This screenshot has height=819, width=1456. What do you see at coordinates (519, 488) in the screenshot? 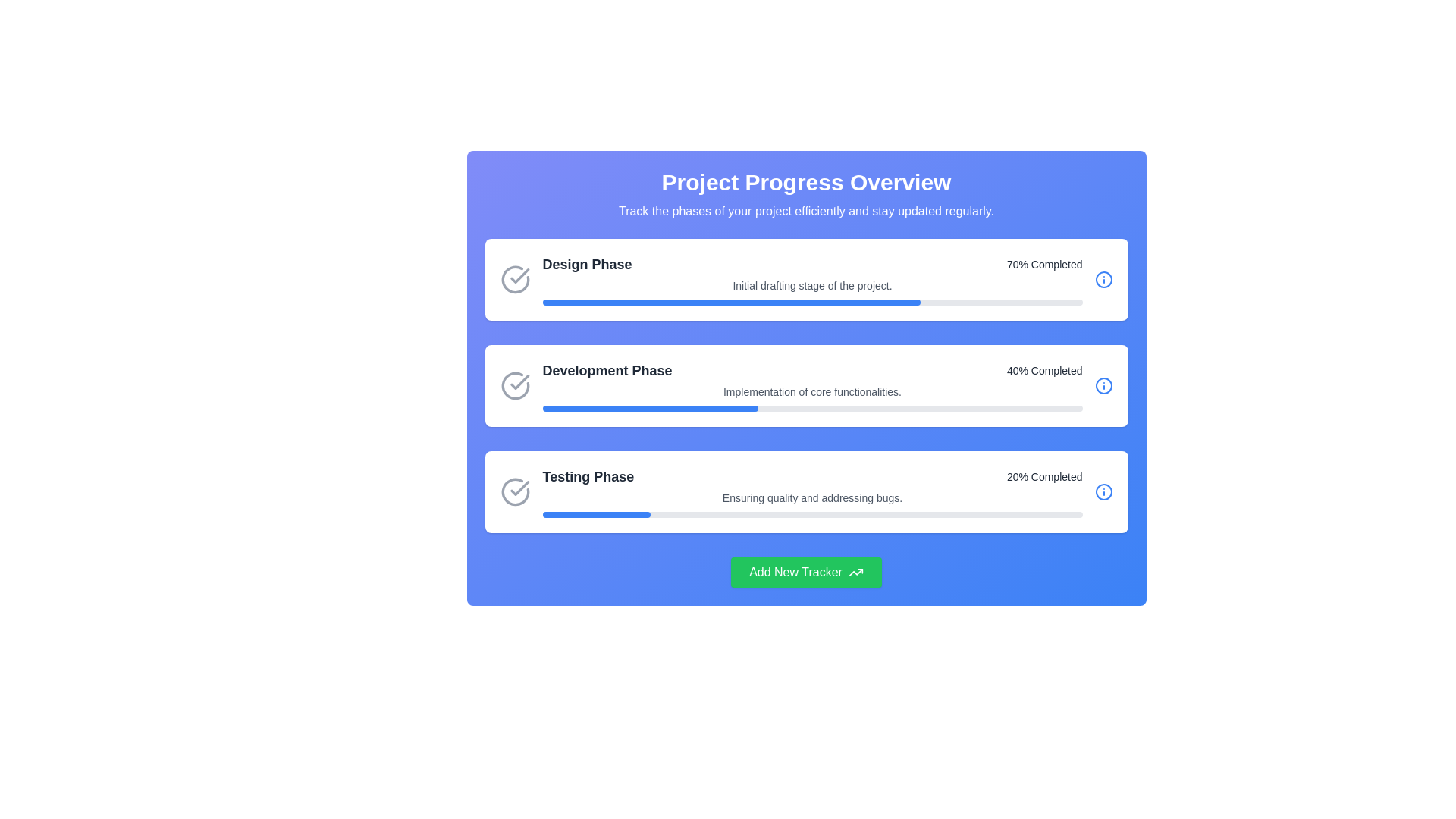
I see `the Checkmark within a Circle icon located in the 'Testing Phase' panel to indicate the phase is acknowledged or in progress` at bounding box center [519, 488].